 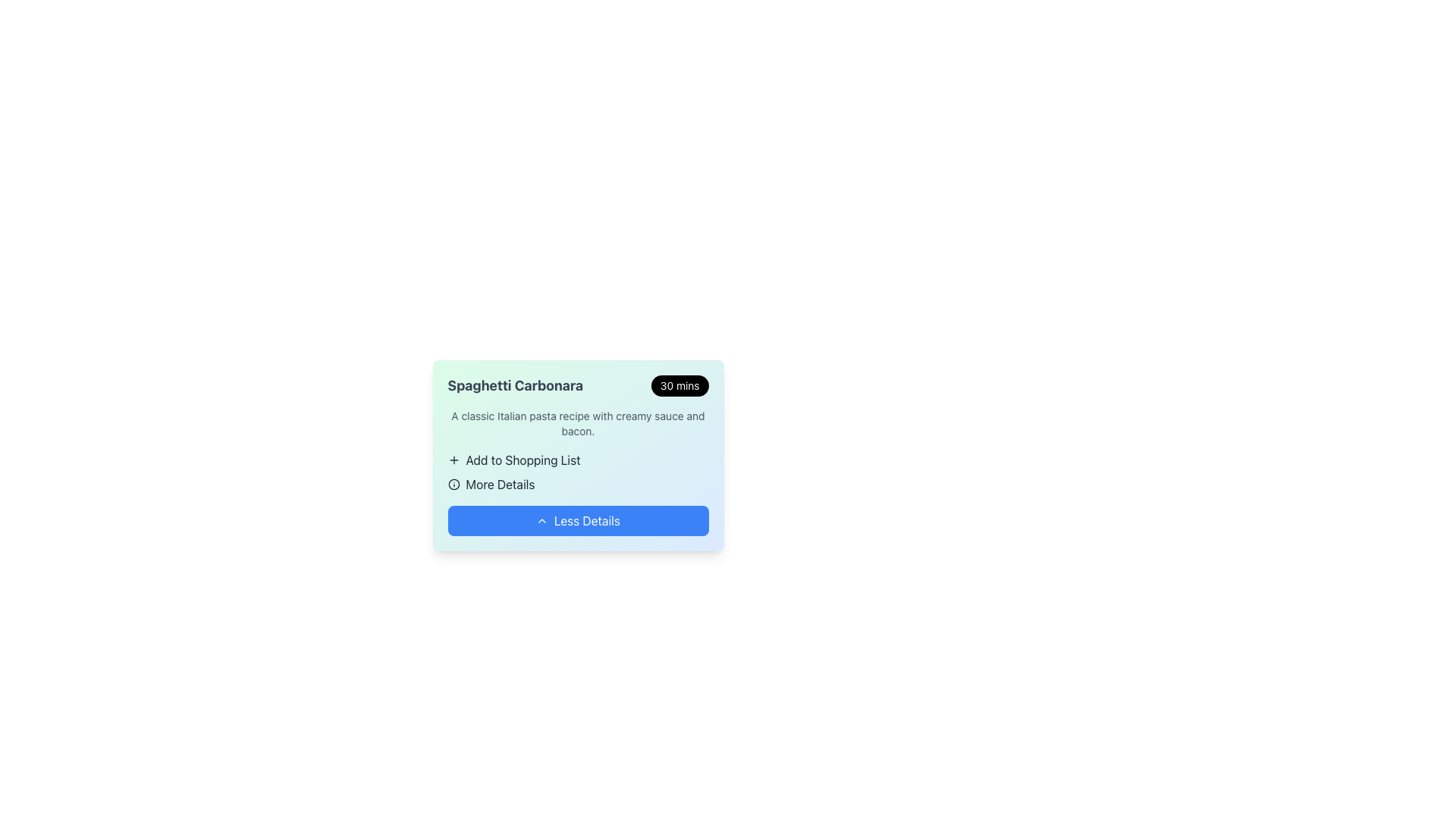 I want to click on the 'Add to Shopping List' button, which features a 'plus' icon, so click(x=577, y=472).